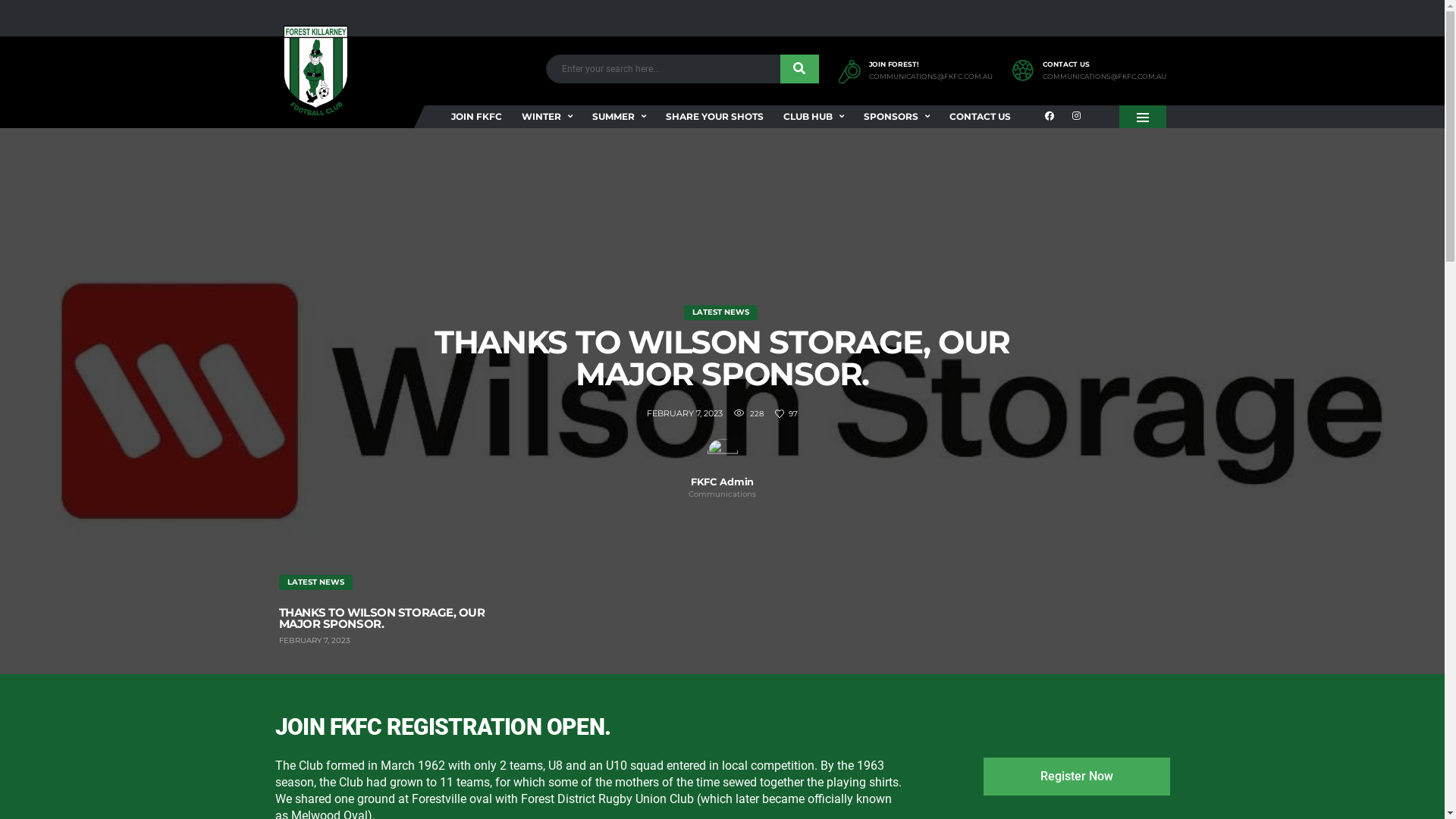  I want to click on 'JOIN FKFC', so click(475, 116).